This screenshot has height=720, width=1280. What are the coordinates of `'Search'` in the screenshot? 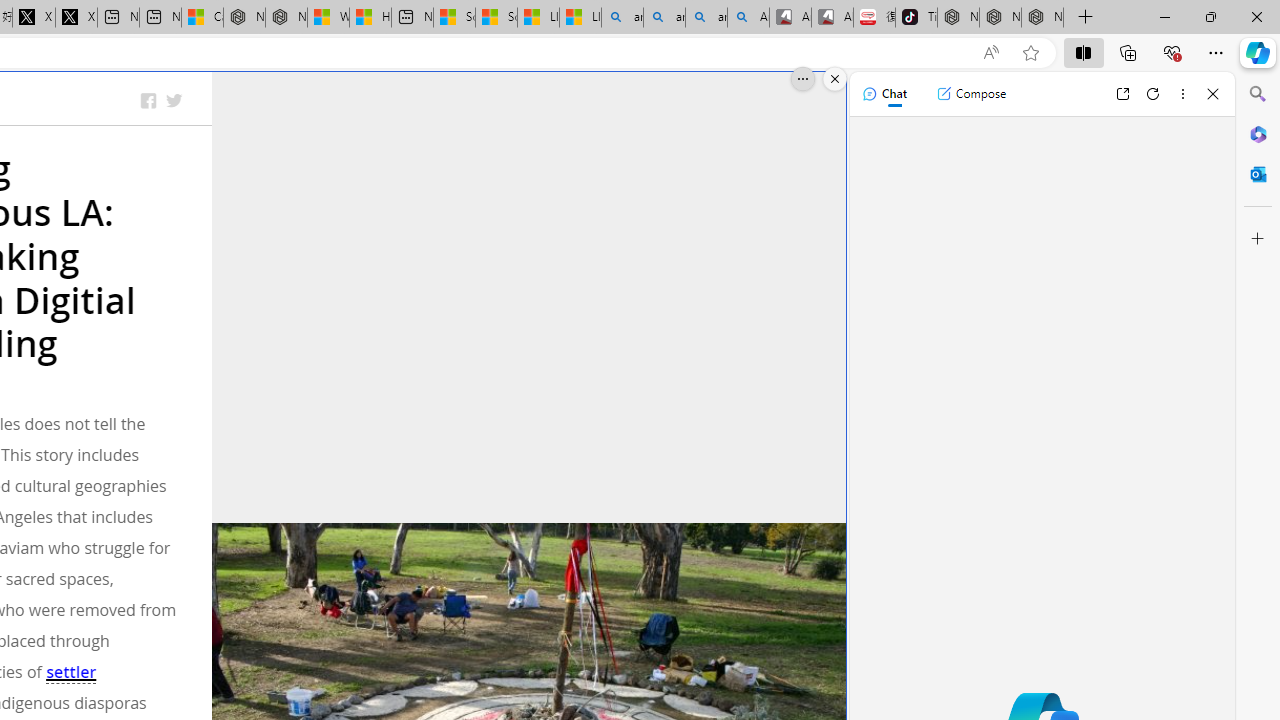 It's located at (1257, 94).